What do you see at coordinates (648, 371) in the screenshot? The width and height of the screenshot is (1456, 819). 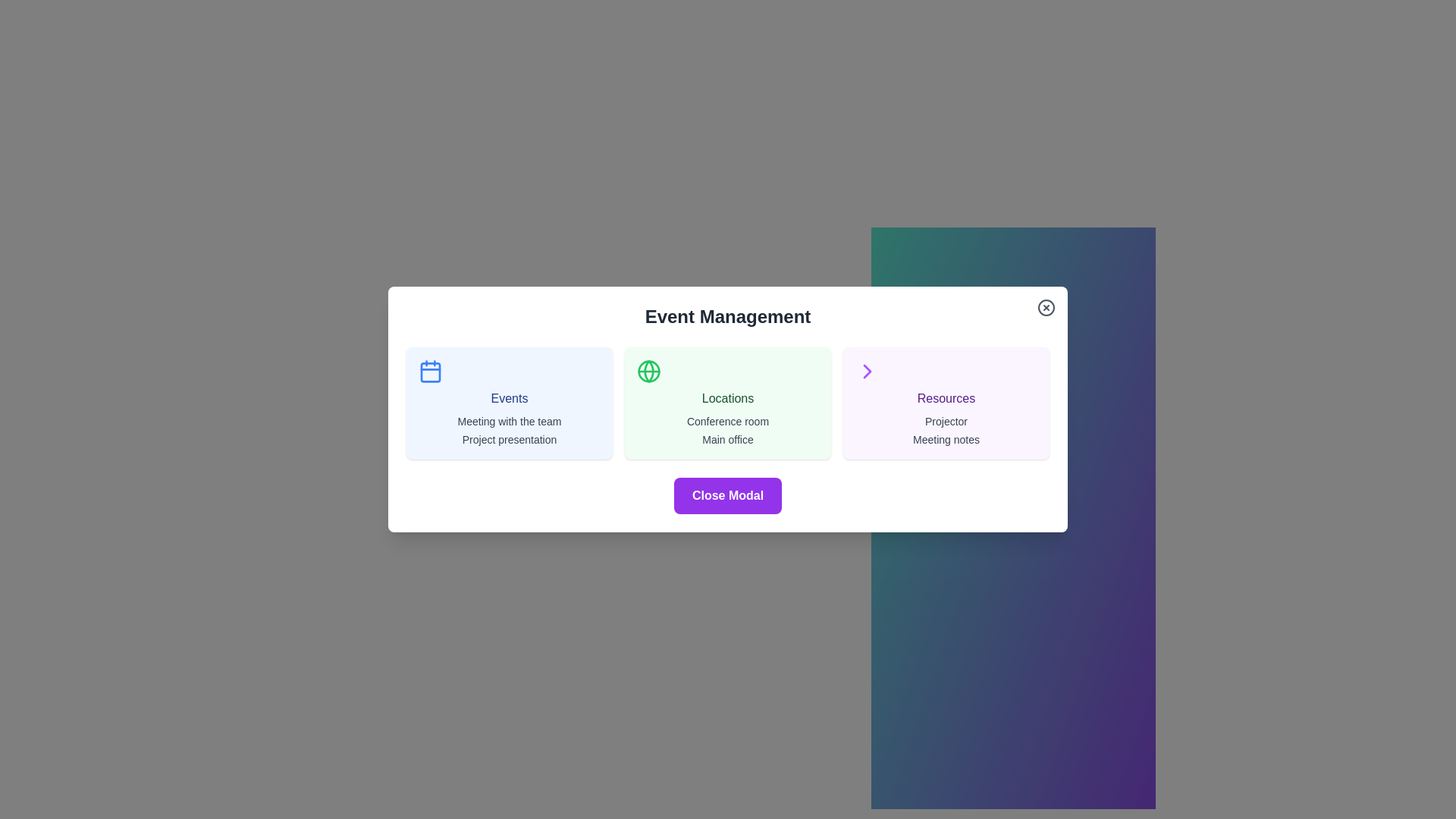 I see `the narrow elliptical arc within the green globe icon, which indicates rotation or orbit, located above the 'Locations' section in the dialog box` at bounding box center [648, 371].